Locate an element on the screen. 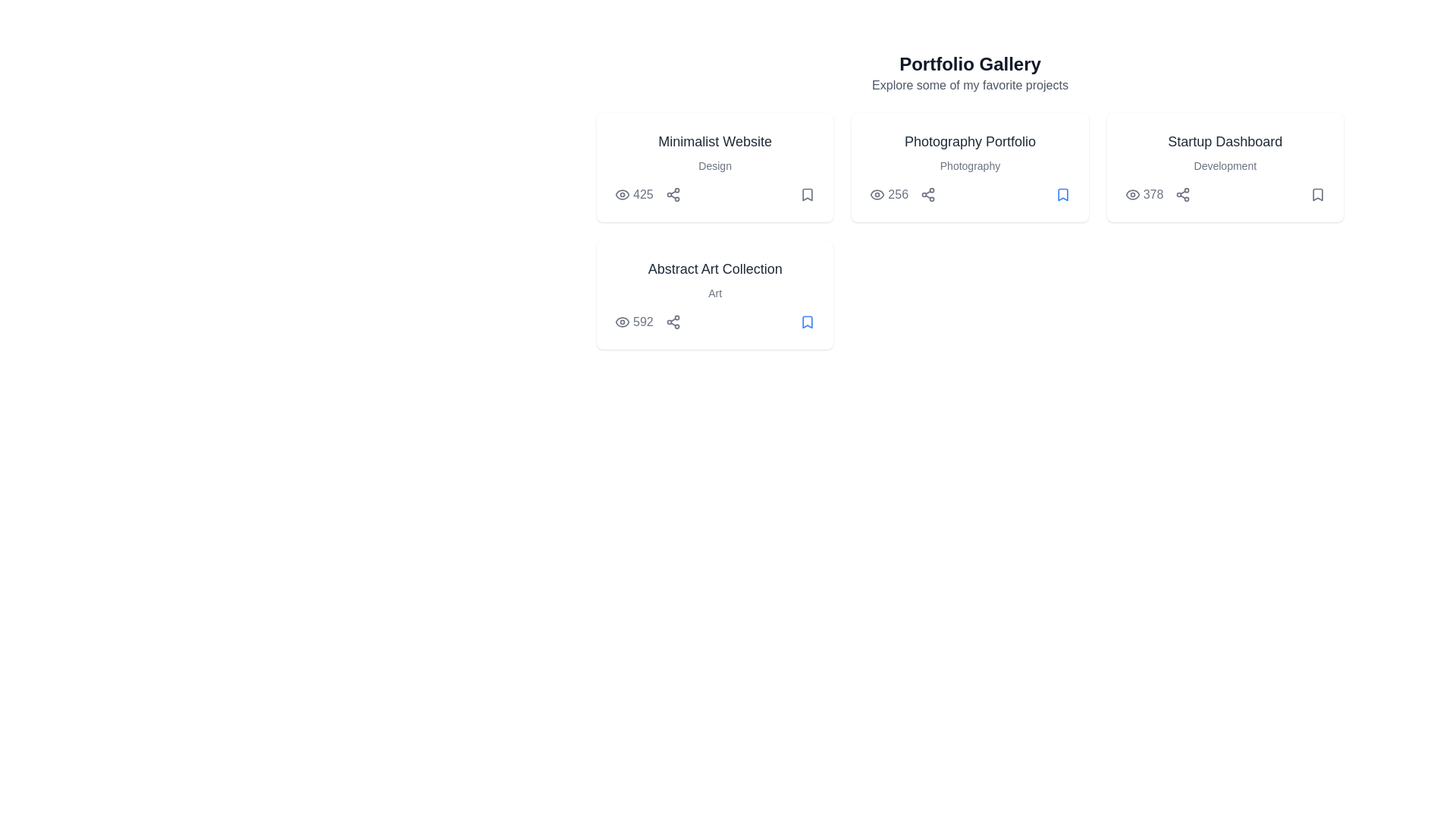 The height and width of the screenshot is (819, 1456). the eye icon located next to the number '592' in the card labeled 'Abstract Art Collection' is located at coordinates (622, 321).